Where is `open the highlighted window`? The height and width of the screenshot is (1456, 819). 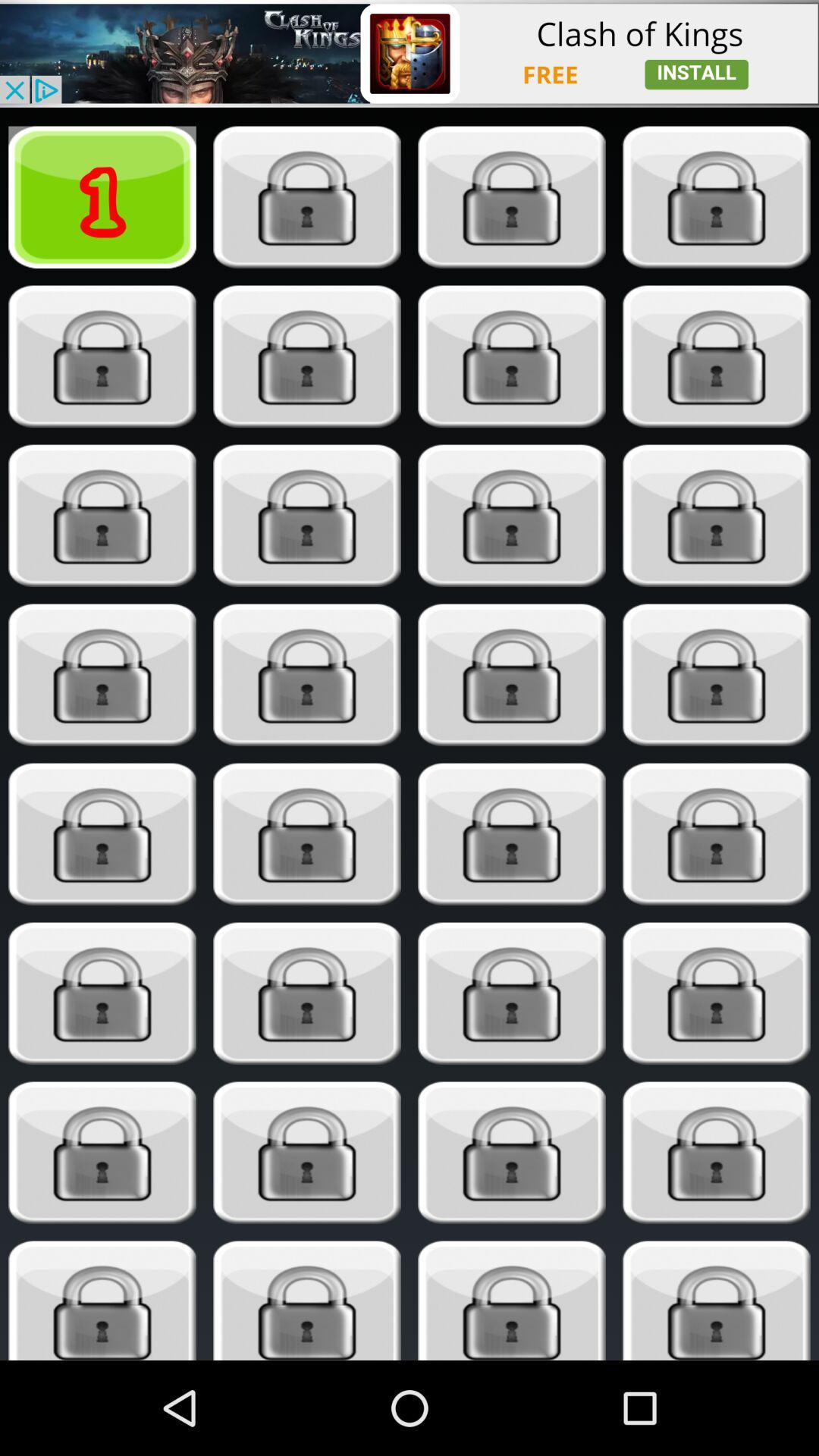 open the highlighted window is located at coordinates (307, 516).